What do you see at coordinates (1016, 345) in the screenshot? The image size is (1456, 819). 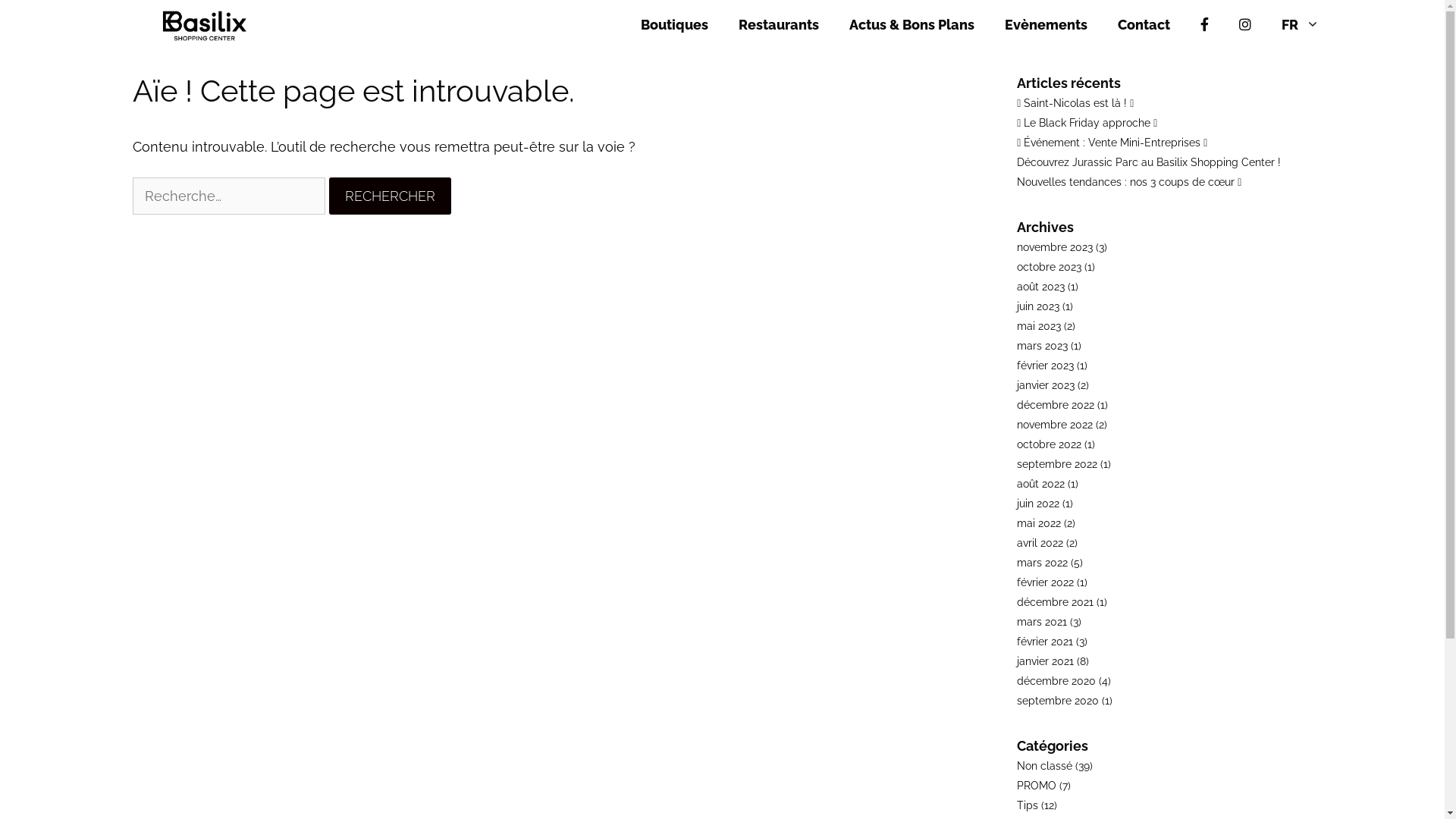 I see `'mars 2023'` at bounding box center [1016, 345].